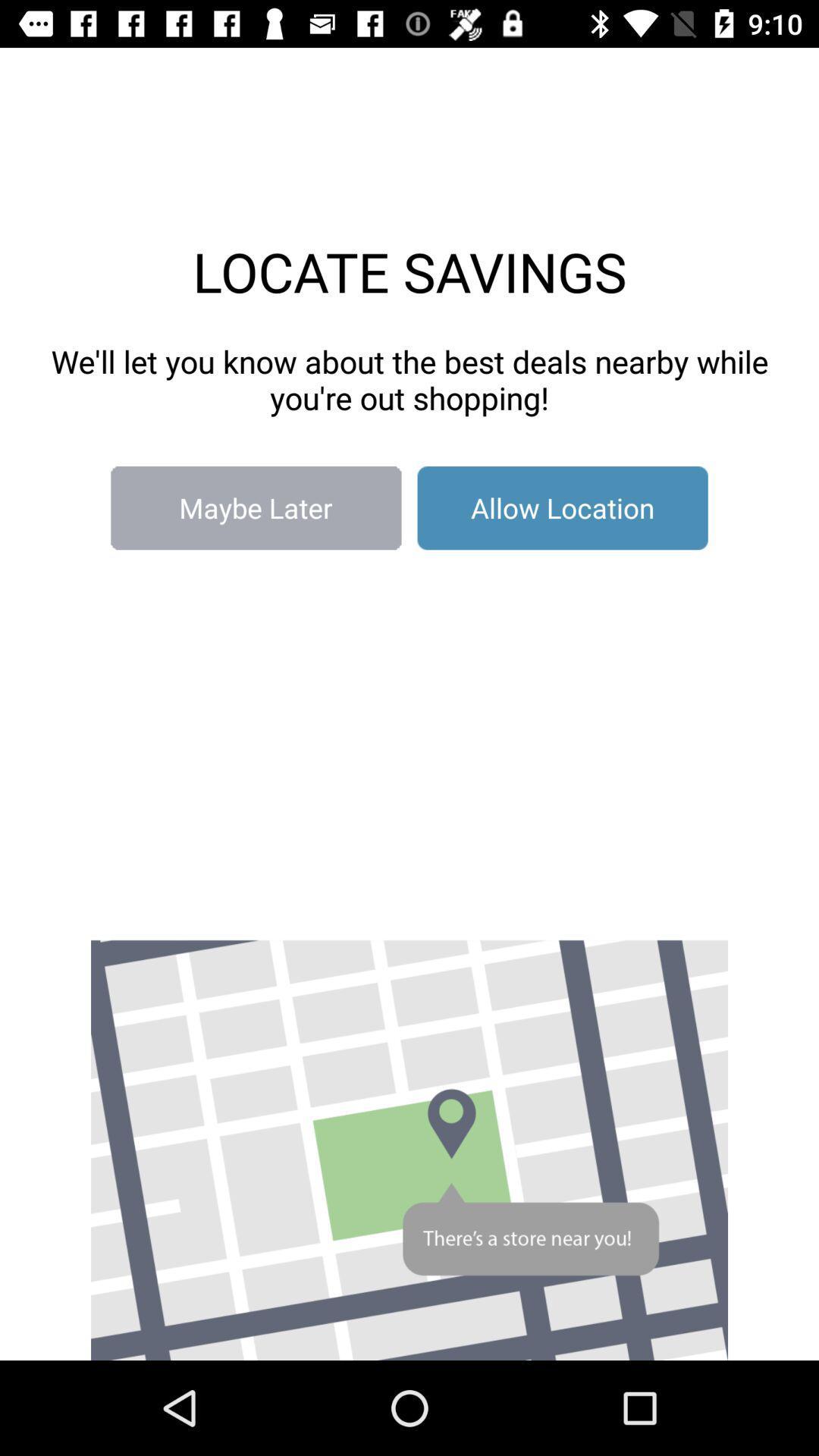  I want to click on maybe later item, so click(255, 508).